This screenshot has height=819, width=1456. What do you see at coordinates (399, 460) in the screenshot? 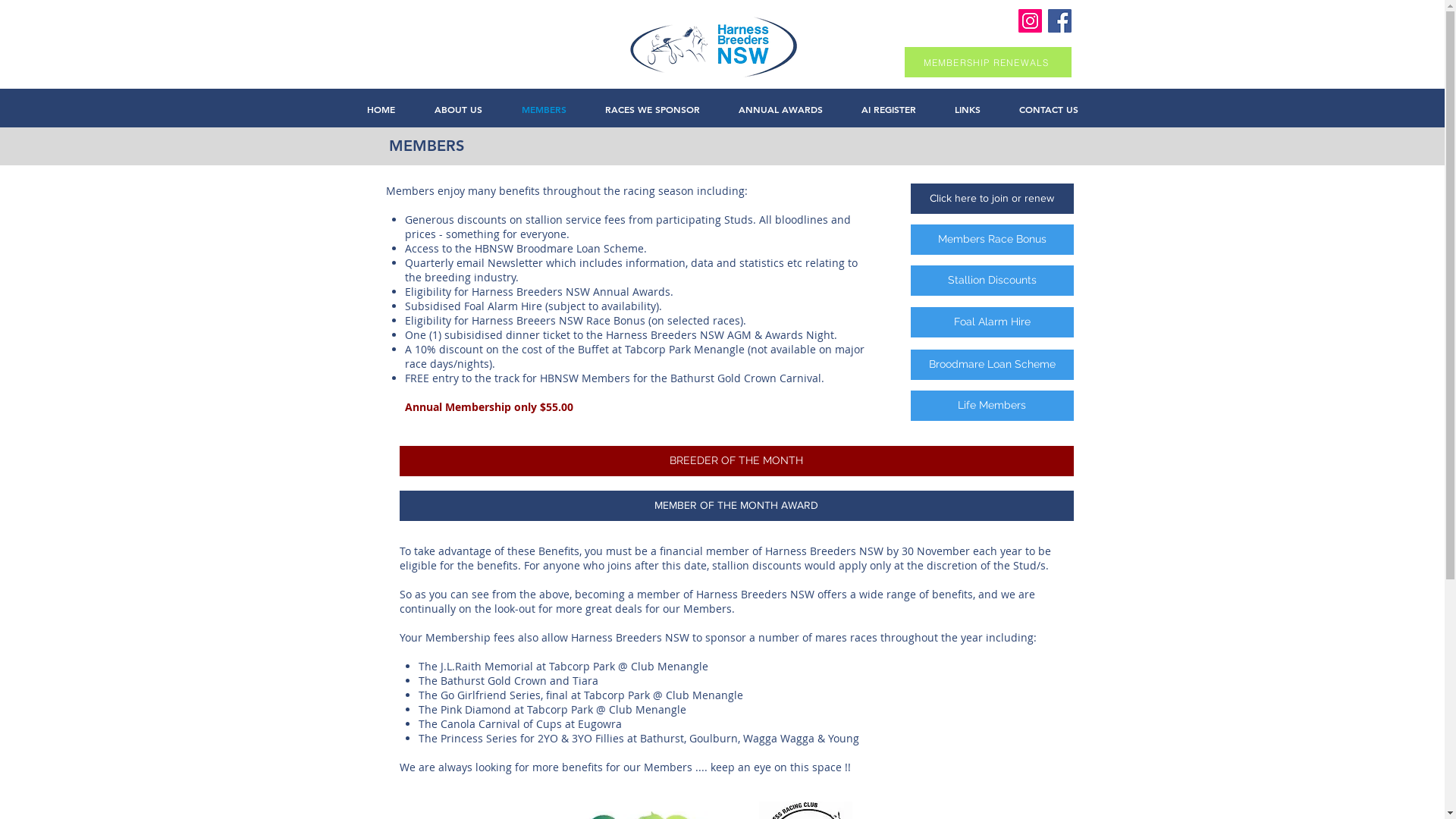
I see `'BREEDER OF THE MONTH'` at bounding box center [399, 460].